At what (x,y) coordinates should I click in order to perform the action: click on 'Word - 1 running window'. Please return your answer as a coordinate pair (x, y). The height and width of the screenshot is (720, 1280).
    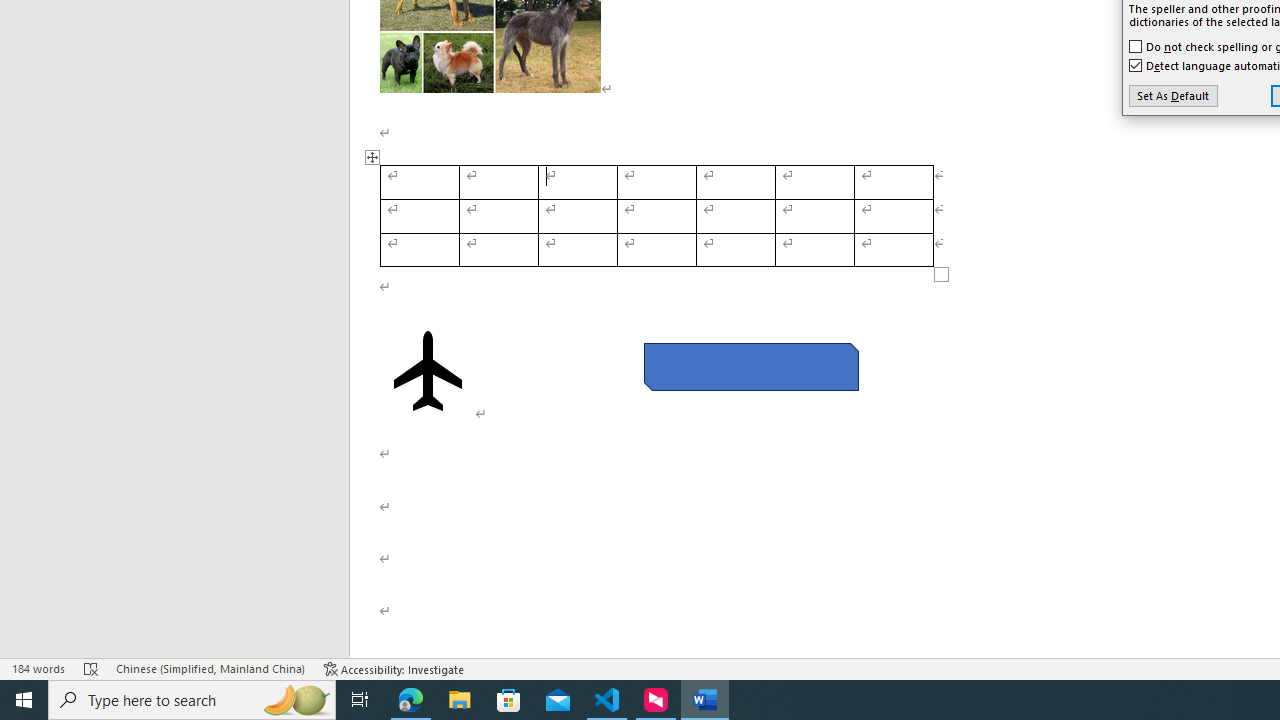
    Looking at the image, I should click on (705, 698).